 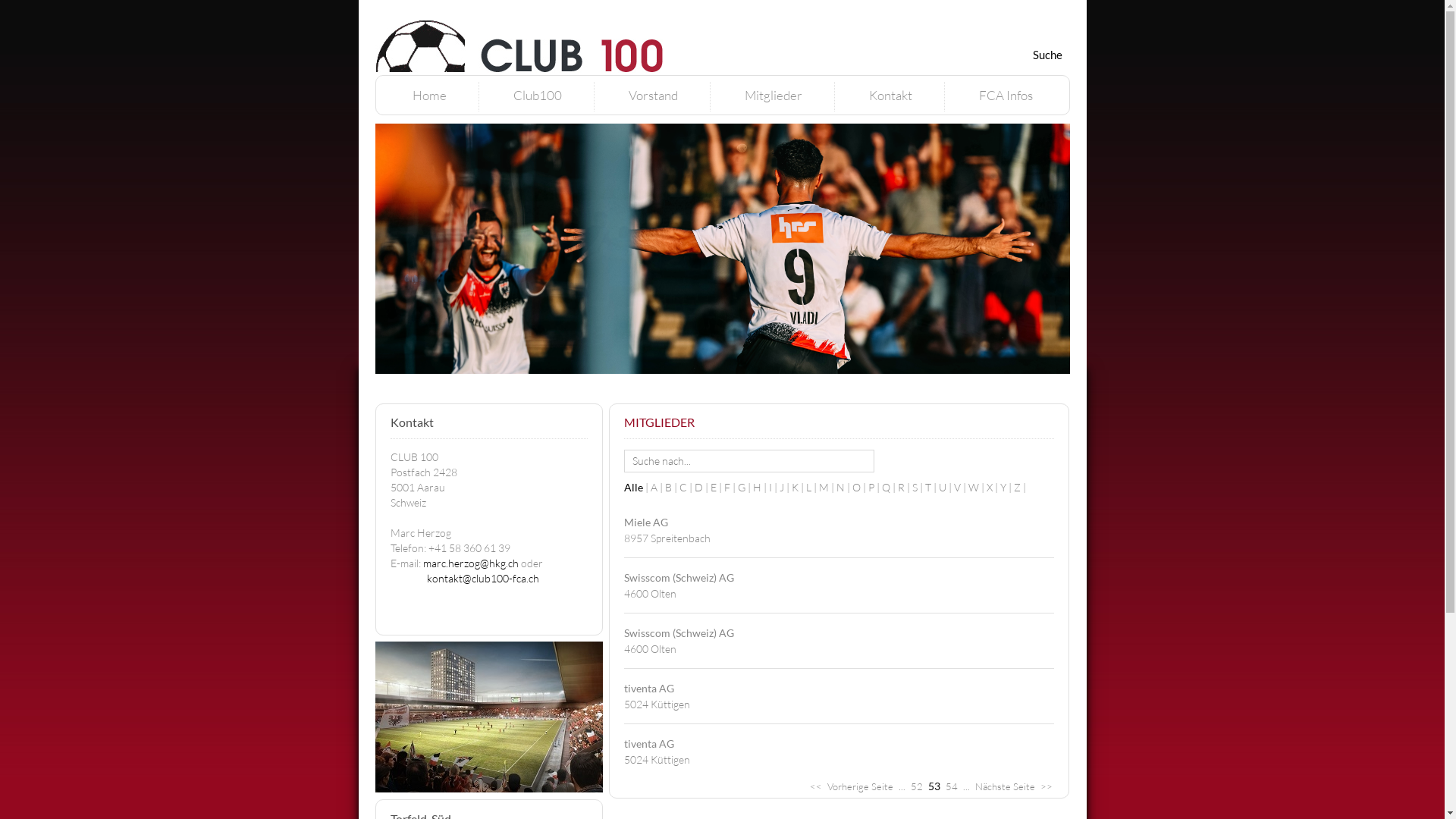 What do you see at coordinates (677, 632) in the screenshot?
I see `'Swisscom (Schweiz) AG'` at bounding box center [677, 632].